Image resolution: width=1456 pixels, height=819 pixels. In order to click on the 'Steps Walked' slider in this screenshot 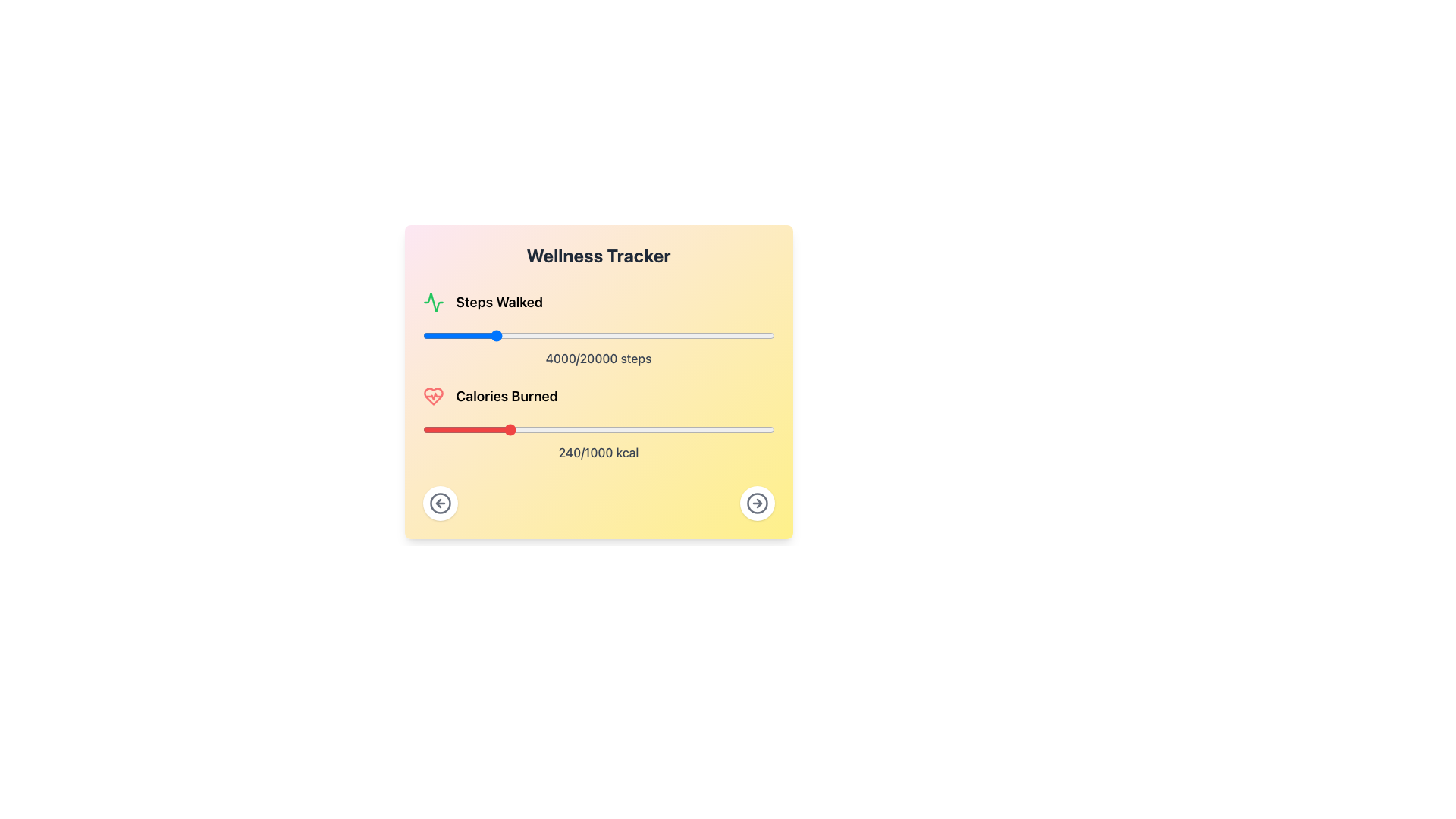, I will do `click(768, 335)`.